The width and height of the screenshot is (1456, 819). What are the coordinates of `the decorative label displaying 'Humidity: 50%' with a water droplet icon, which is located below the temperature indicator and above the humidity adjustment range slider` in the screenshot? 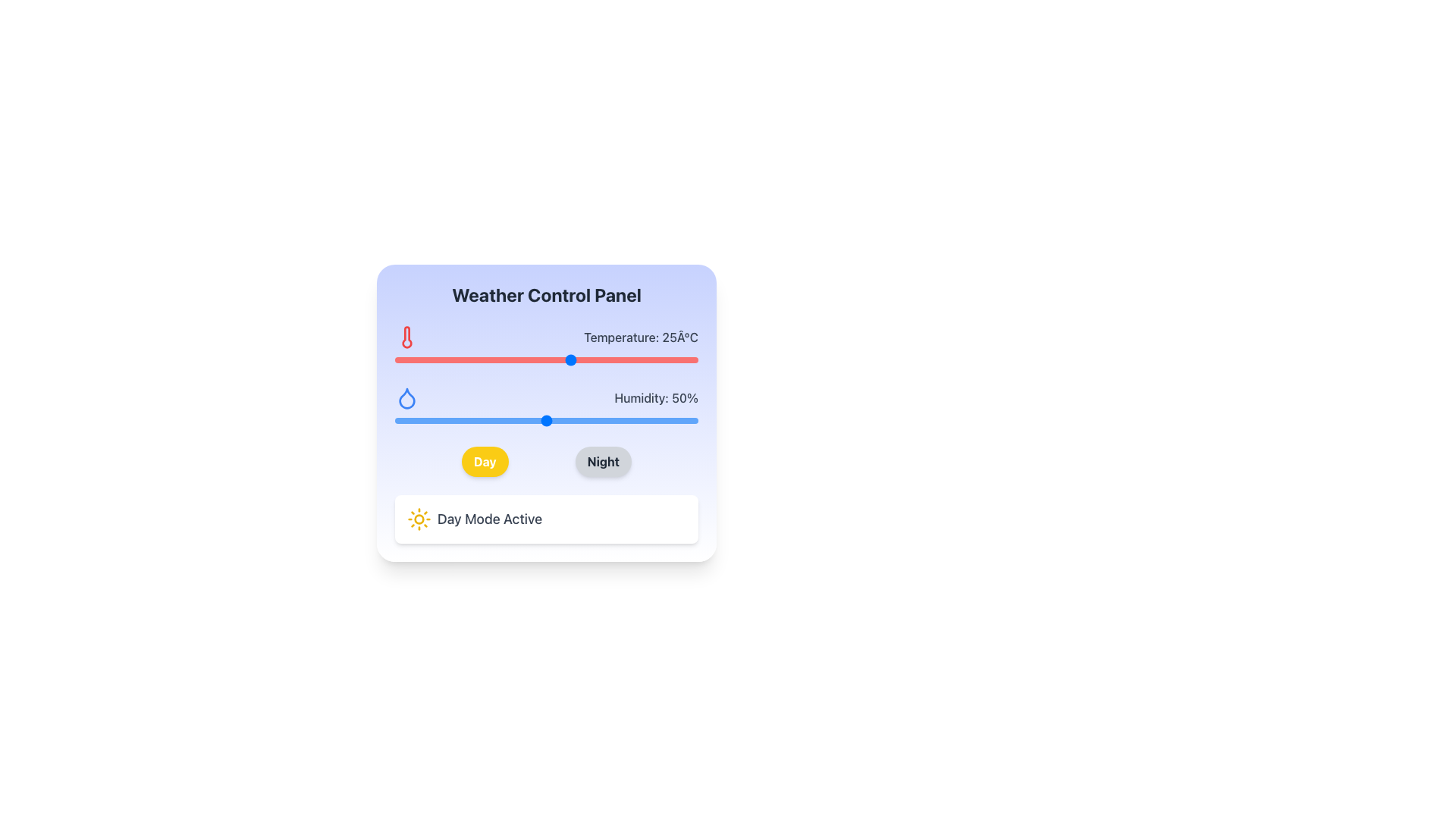 It's located at (546, 397).